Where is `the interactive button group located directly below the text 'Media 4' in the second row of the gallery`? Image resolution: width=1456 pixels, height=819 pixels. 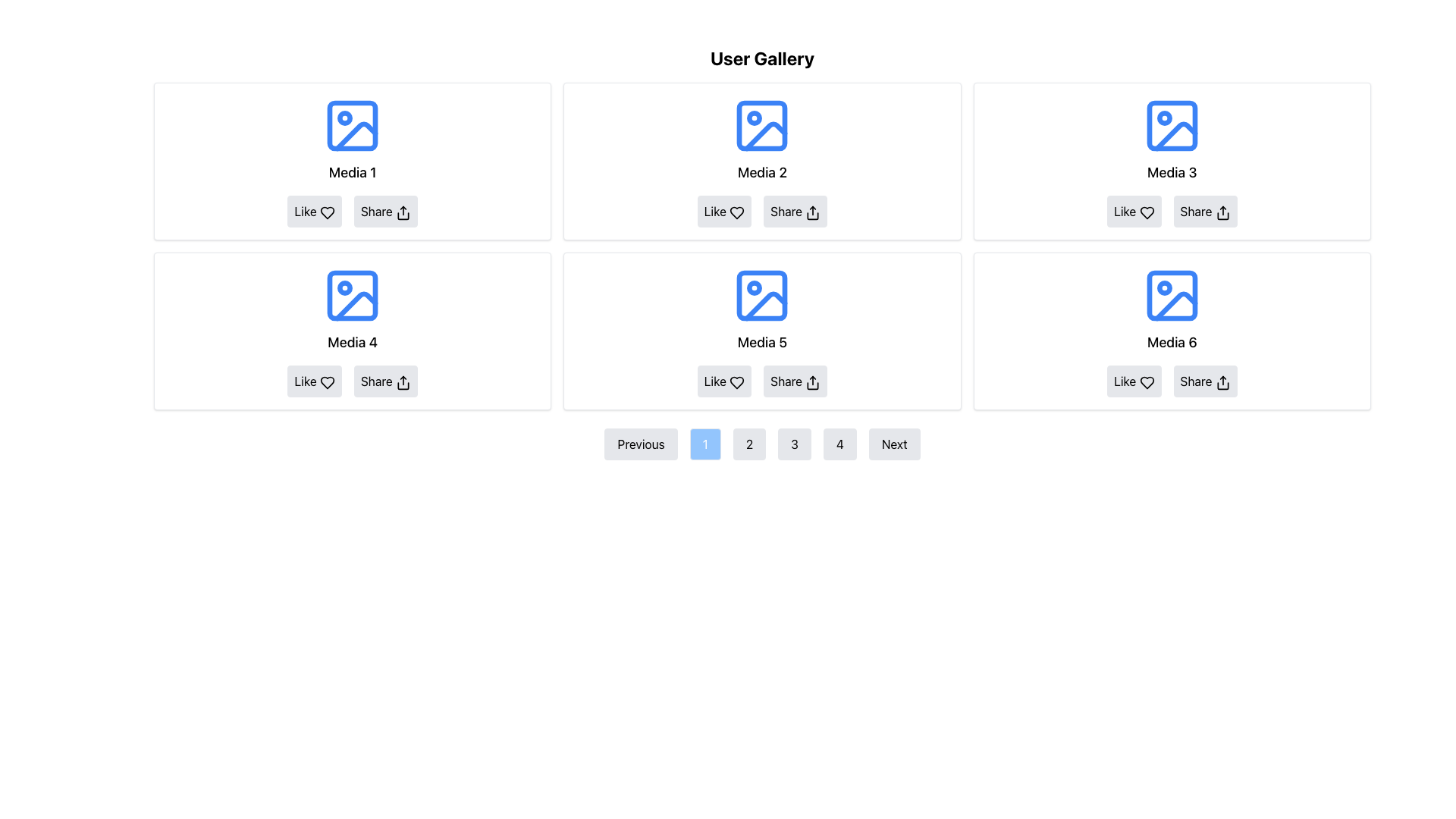
the interactive button group located directly below the text 'Media 4' in the second row of the gallery is located at coordinates (352, 380).